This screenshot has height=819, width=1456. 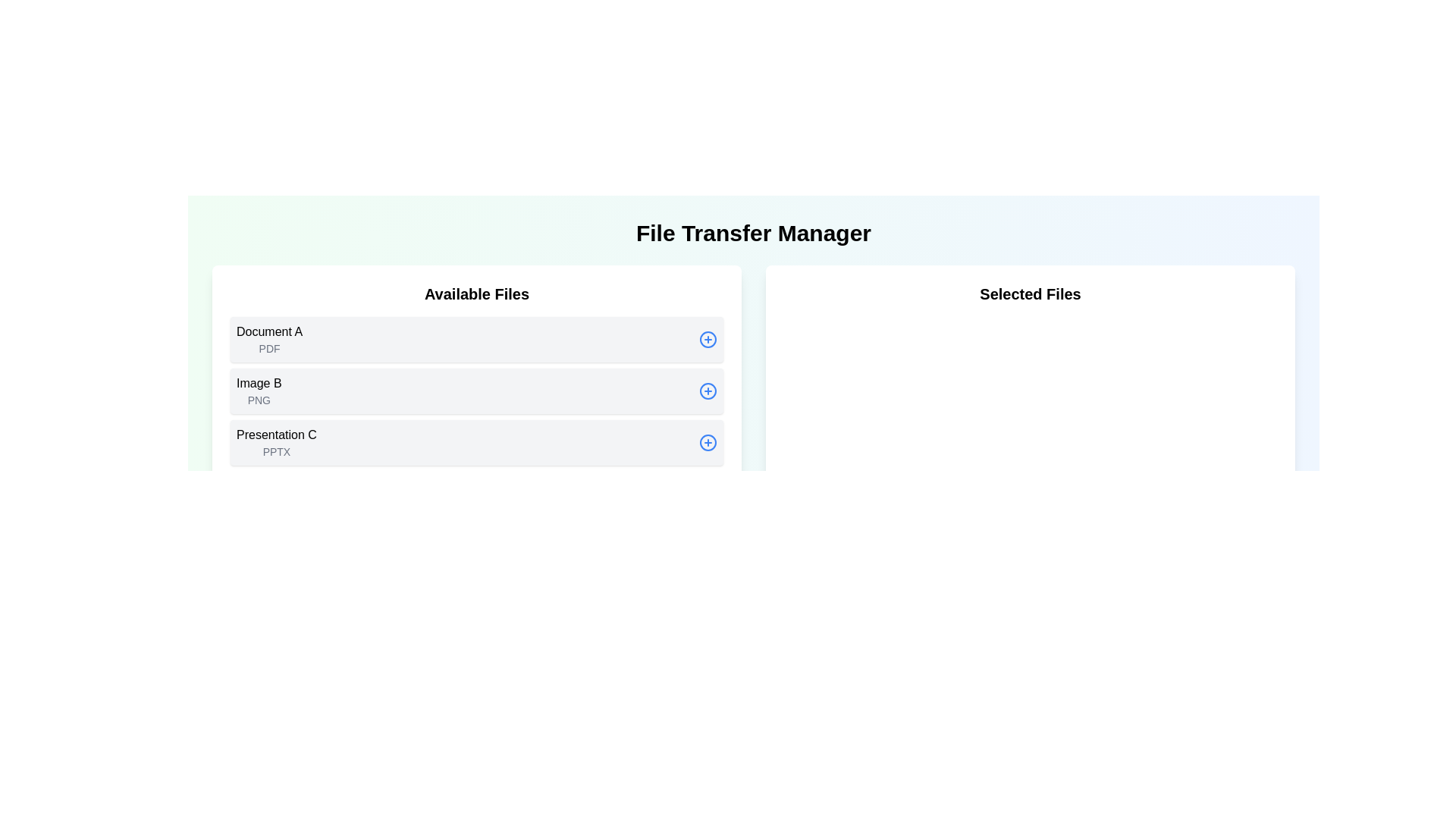 I want to click on the List item representing 'Image B' with a blue circular icon for actions, located in the 'Available Files' panel, so click(x=475, y=391).